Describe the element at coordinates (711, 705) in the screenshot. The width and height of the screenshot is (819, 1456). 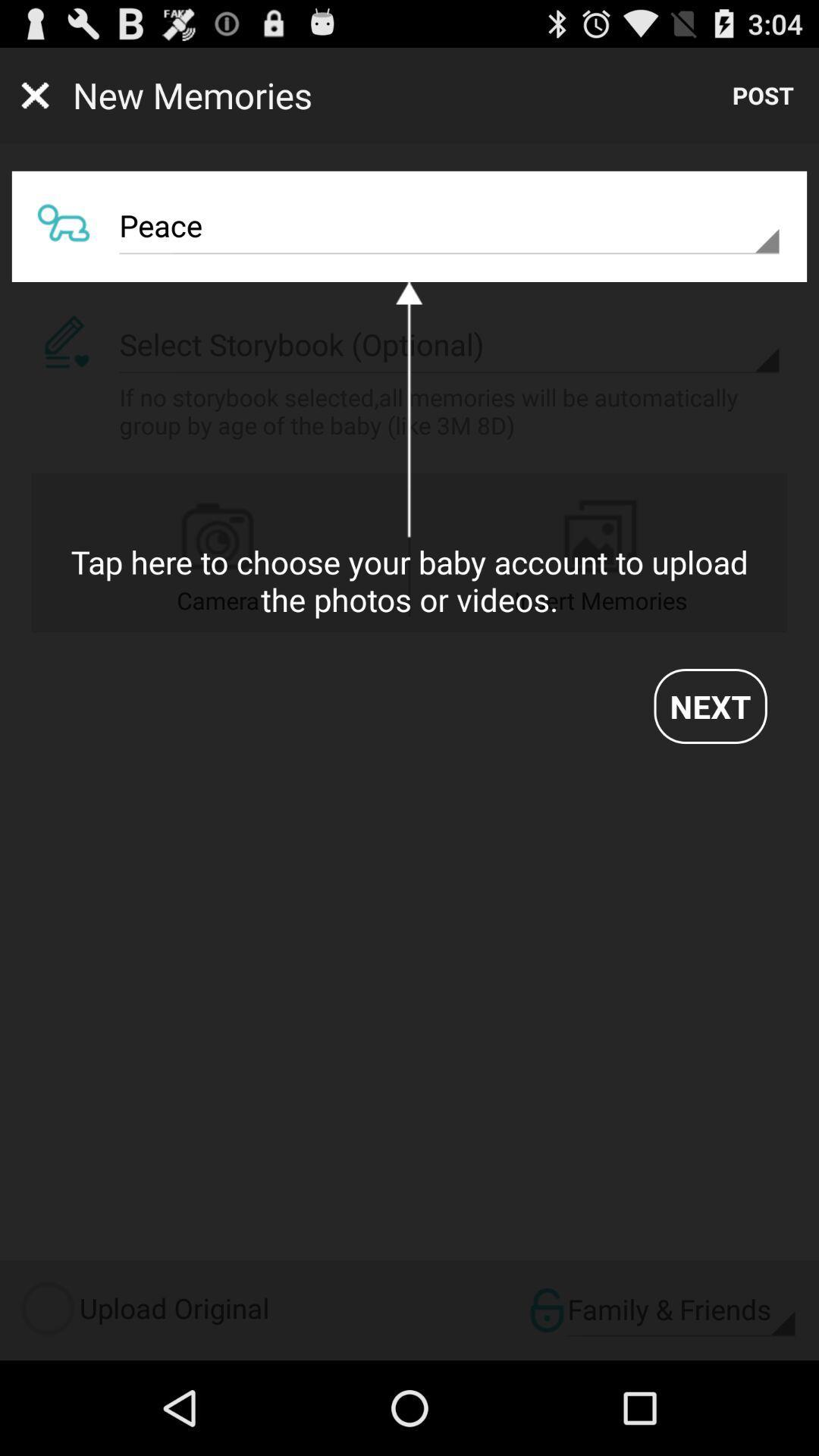
I see `app on the right` at that location.